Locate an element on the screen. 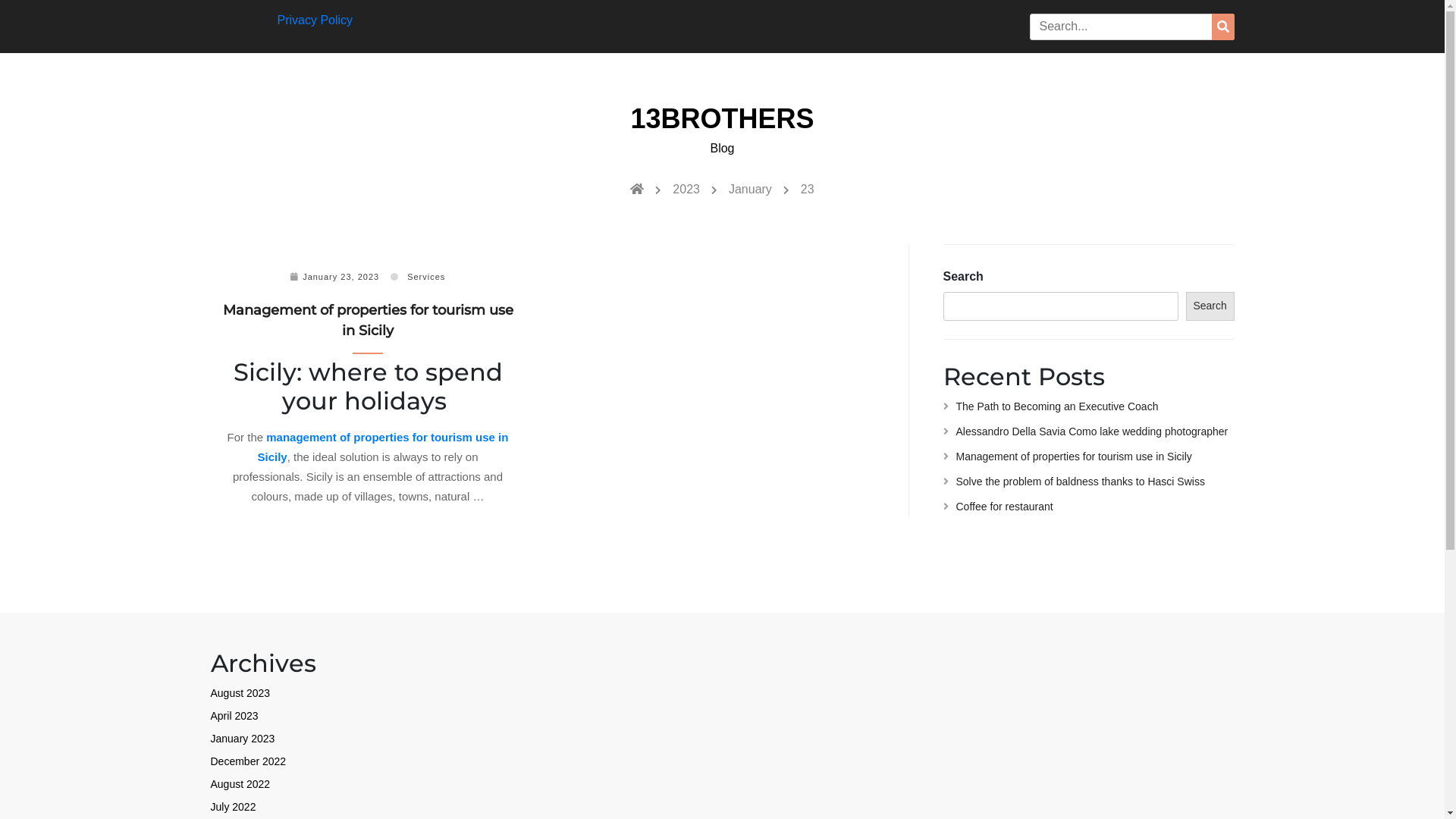 This screenshot has height=819, width=1456. 'Management of properties for tourism use in Sicily' is located at coordinates (1066, 455).